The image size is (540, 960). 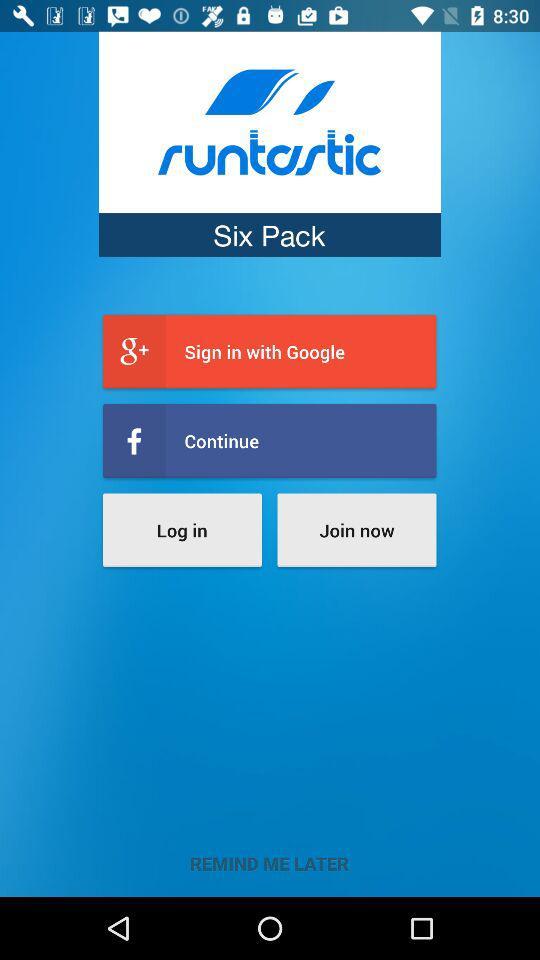 What do you see at coordinates (269, 441) in the screenshot?
I see `item above the log in icon` at bounding box center [269, 441].